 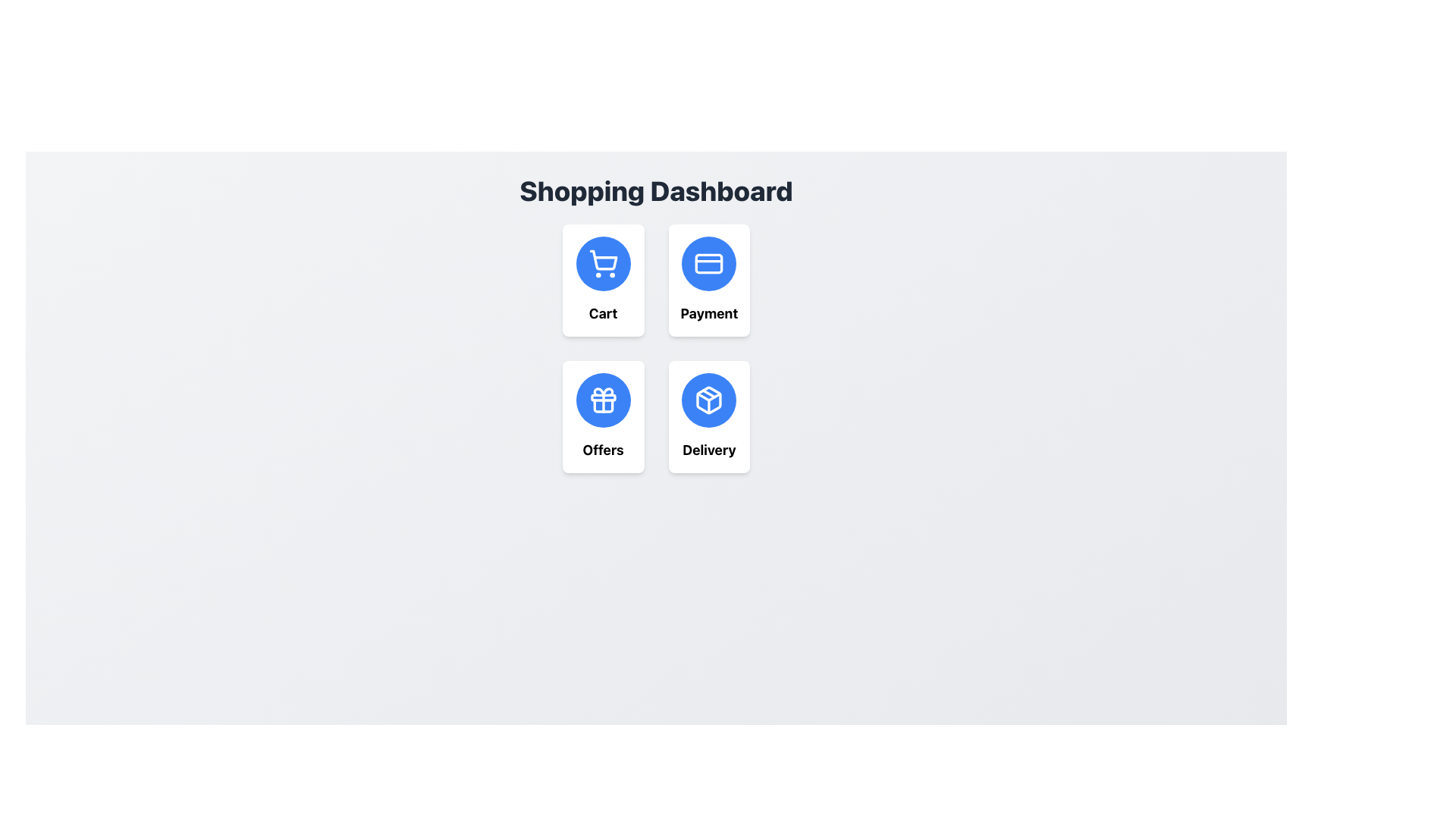 What do you see at coordinates (708, 312) in the screenshot?
I see `the bolded text label that reads 'Payment', located centrally beneath an icon on a card in the 'Shopping Dashboard'` at bounding box center [708, 312].